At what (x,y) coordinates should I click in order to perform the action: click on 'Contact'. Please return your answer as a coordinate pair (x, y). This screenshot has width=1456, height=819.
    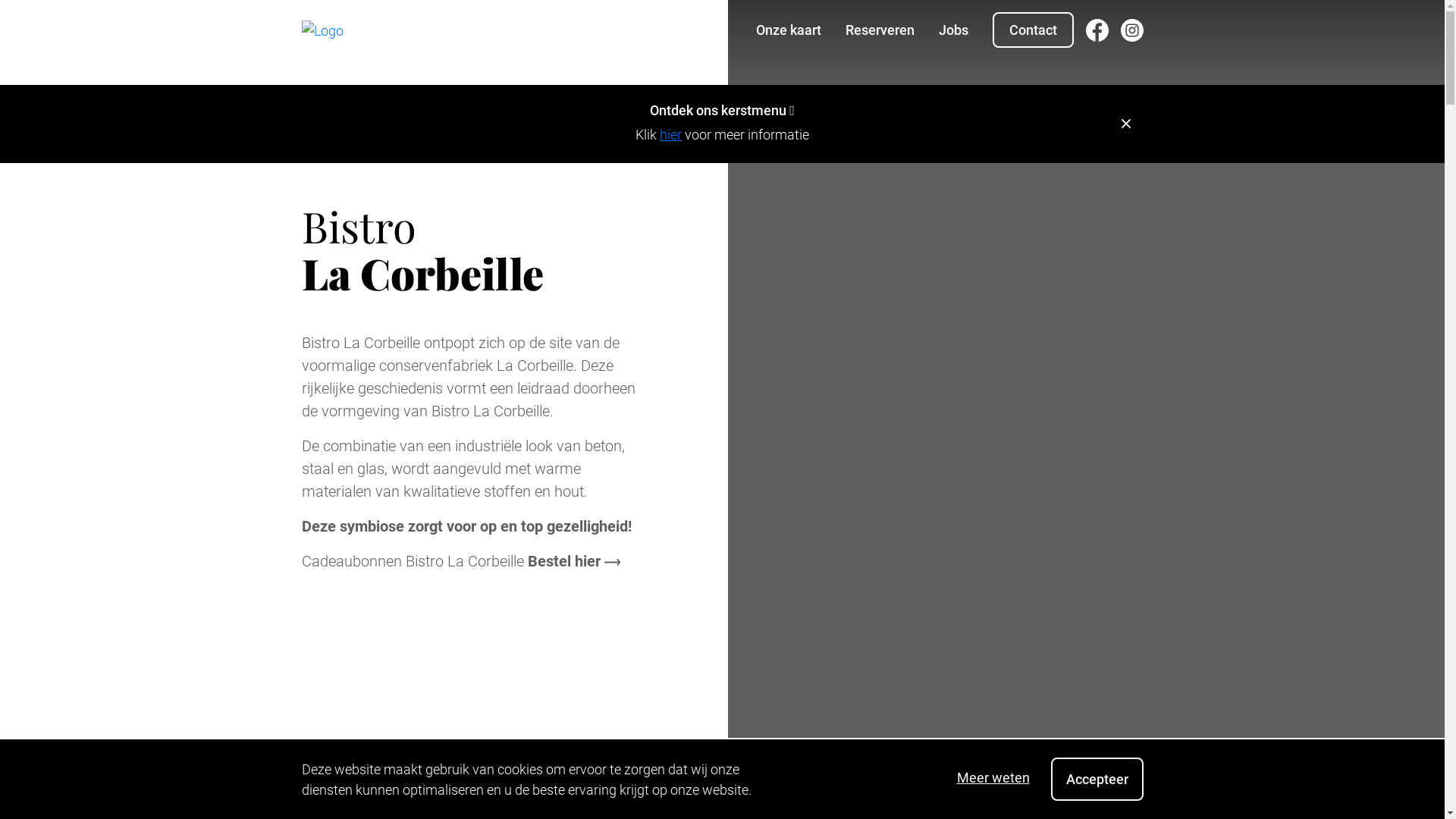
    Looking at the image, I should click on (1031, 30).